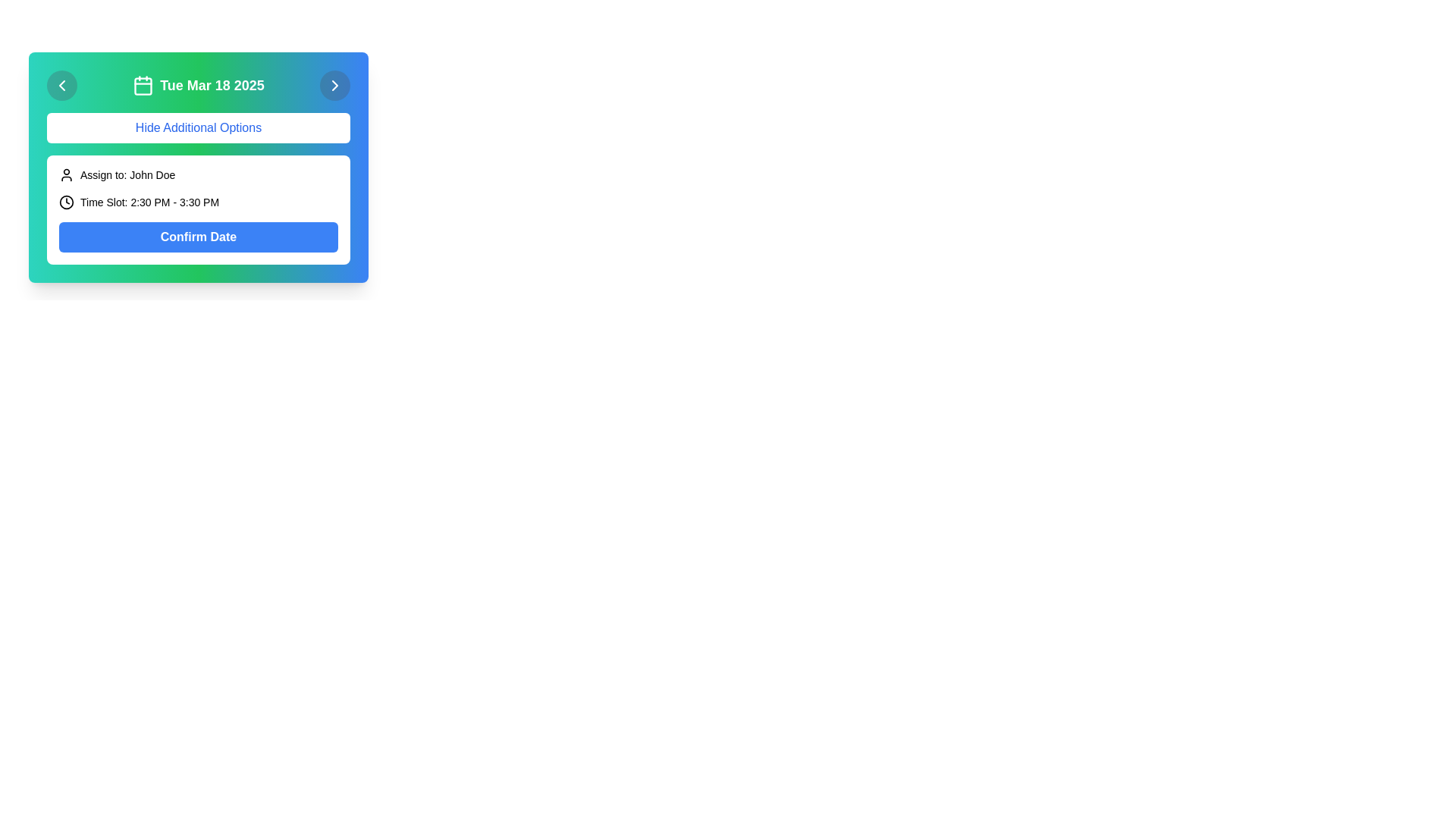  Describe the element at coordinates (65, 174) in the screenshot. I see `the user icon that represents 'Assign to: John Doe', located to the left of the text within a white card area` at that location.